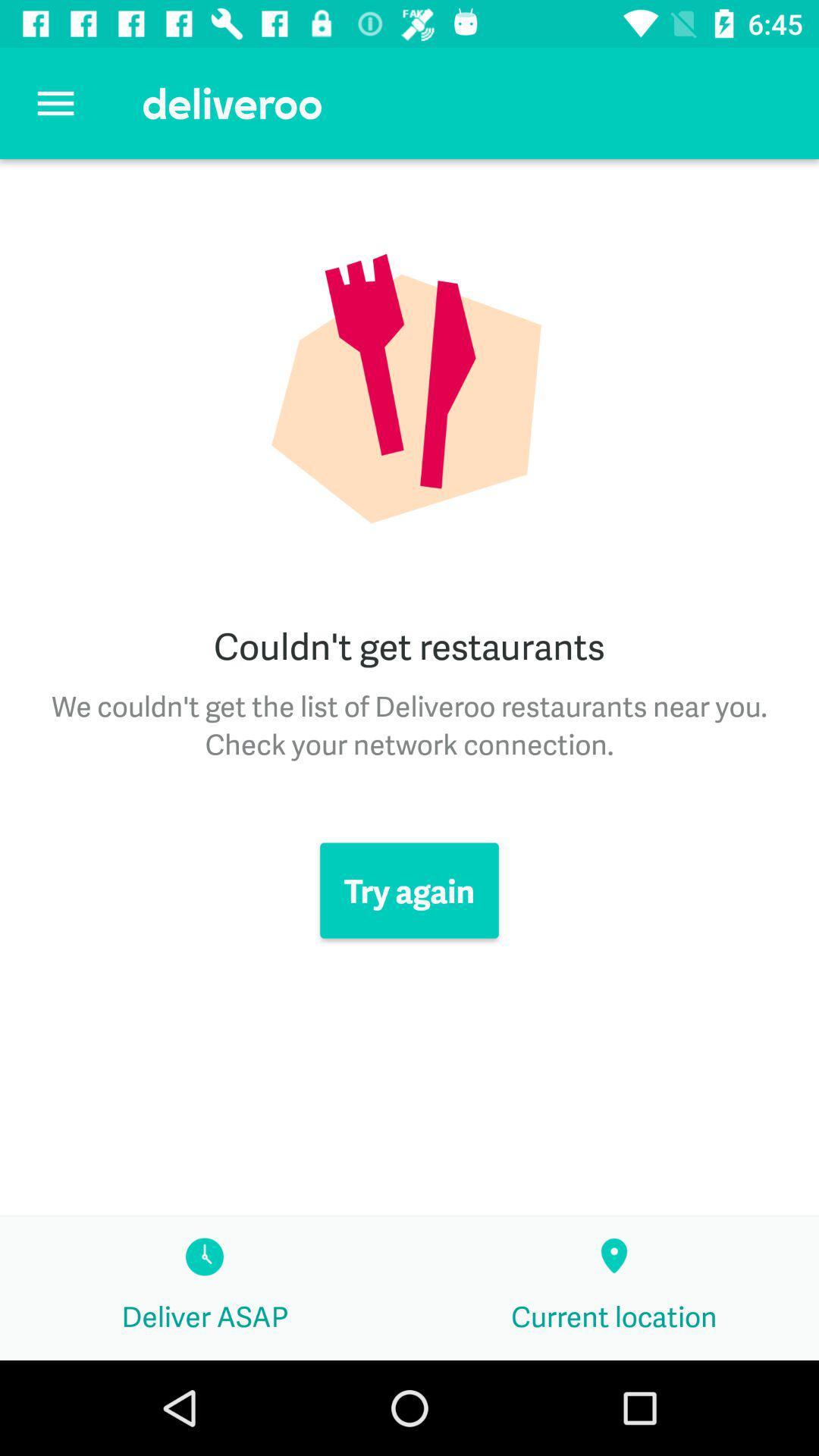 This screenshot has height=1456, width=819. I want to click on deliver asap icon, so click(205, 1288).